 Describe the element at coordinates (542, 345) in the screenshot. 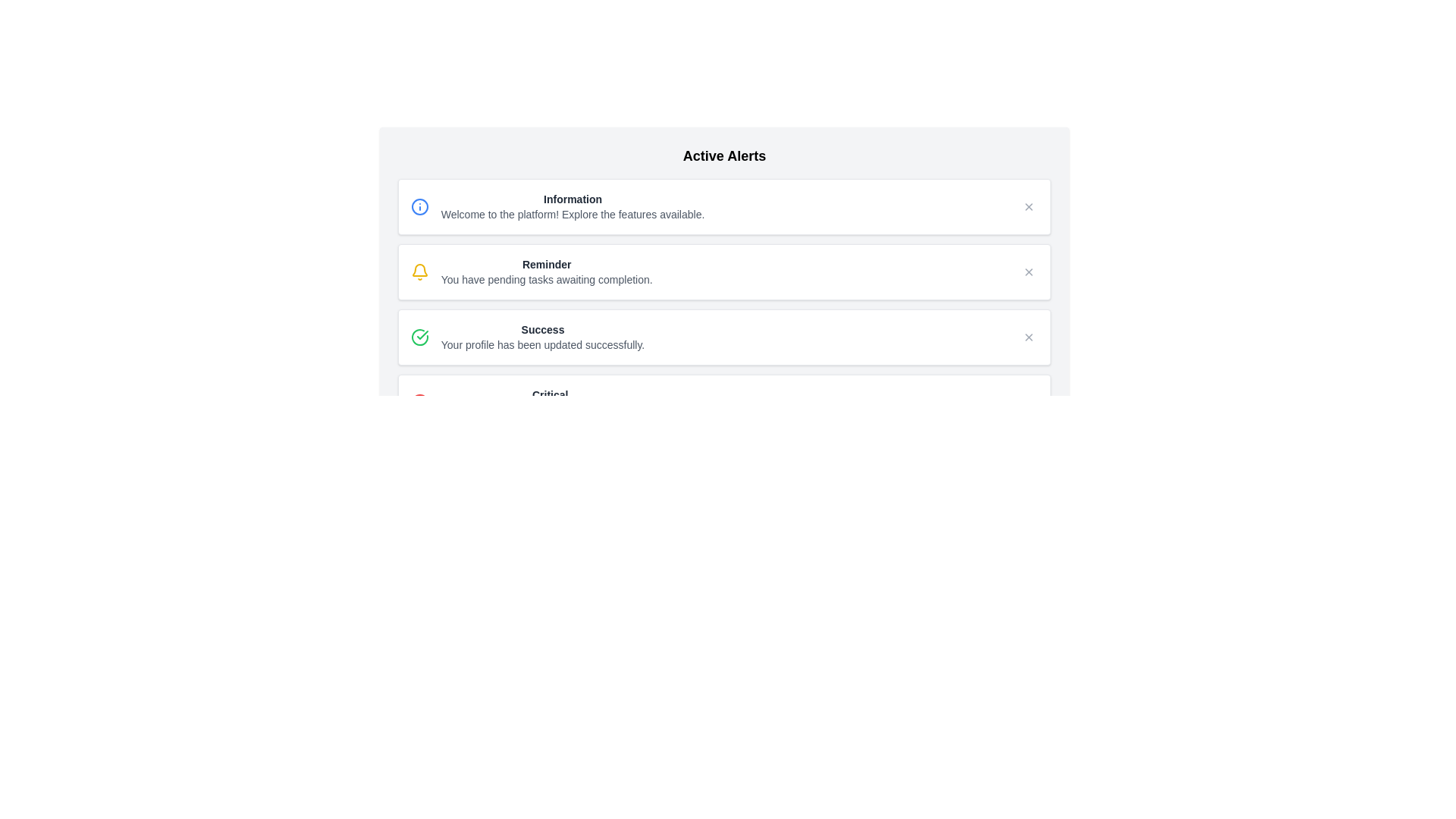

I see `notification message indicating the successful update of the user's profile, located beneath the bolded title 'Success' in the notification block` at that location.